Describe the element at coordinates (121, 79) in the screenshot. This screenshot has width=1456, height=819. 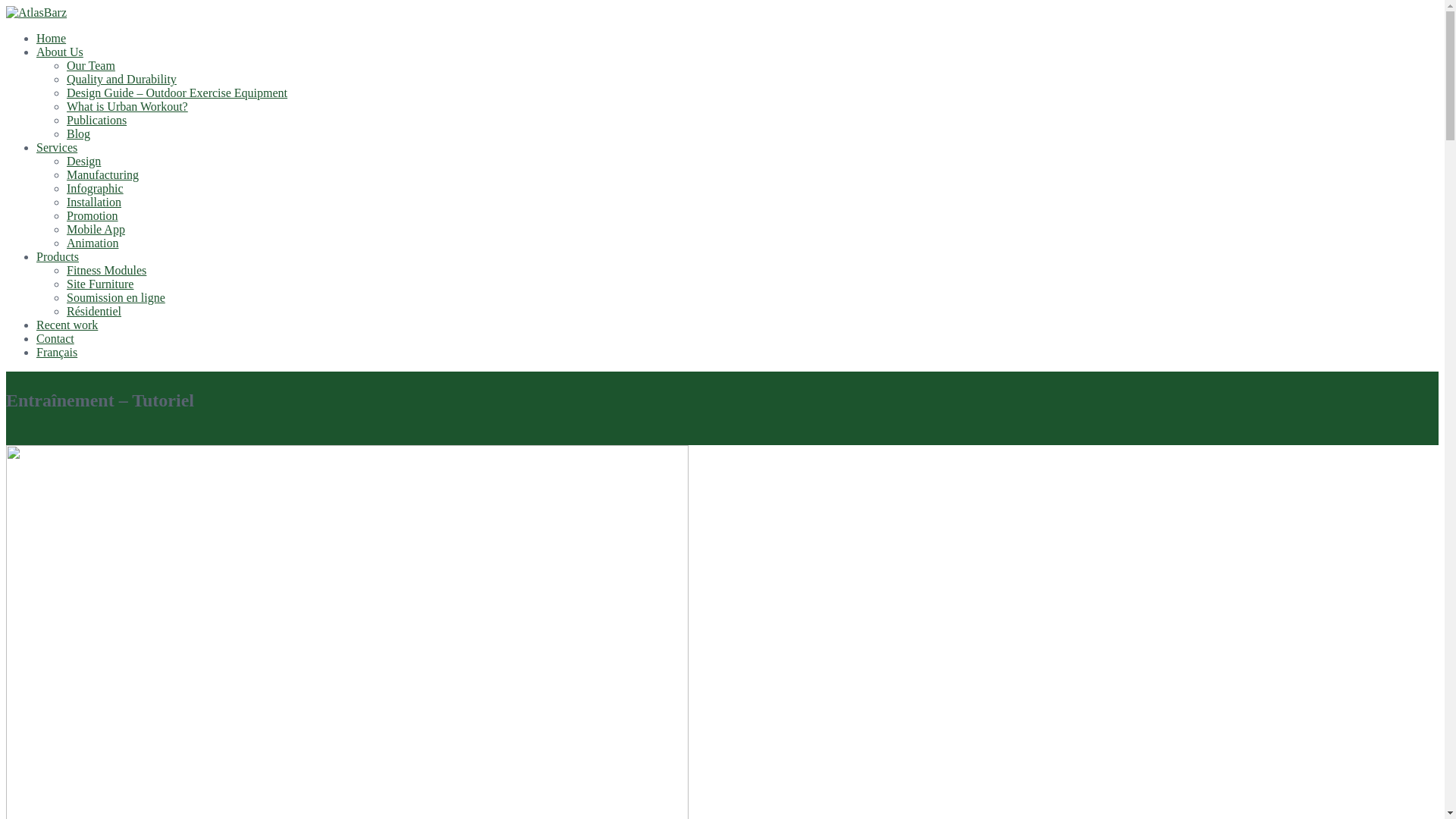
I see `'Quality and Durability'` at that location.